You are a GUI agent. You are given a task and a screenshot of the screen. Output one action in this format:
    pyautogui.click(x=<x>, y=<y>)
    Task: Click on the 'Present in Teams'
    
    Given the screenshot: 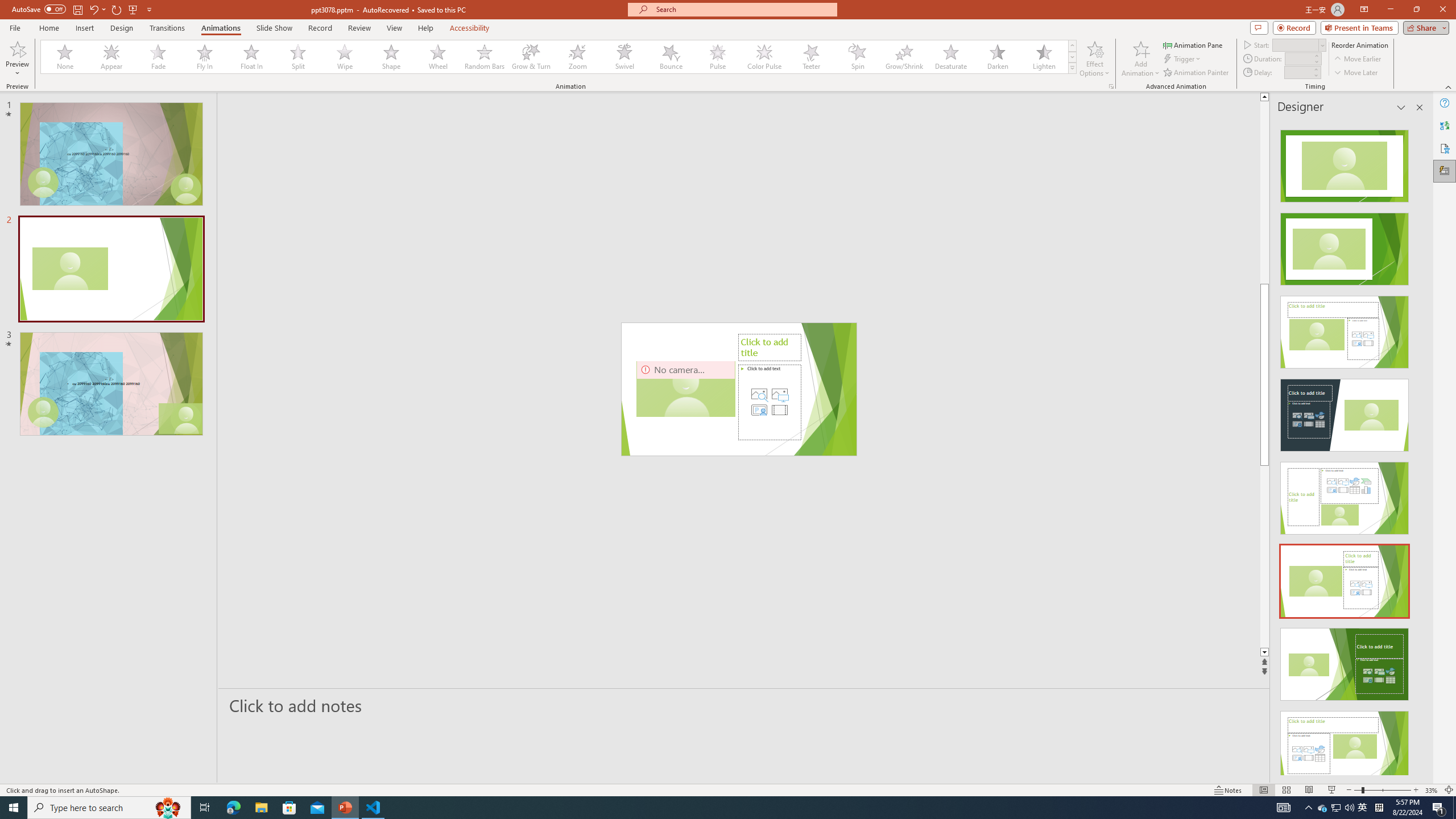 What is the action you would take?
    pyautogui.click(x=1359, y=27)
    